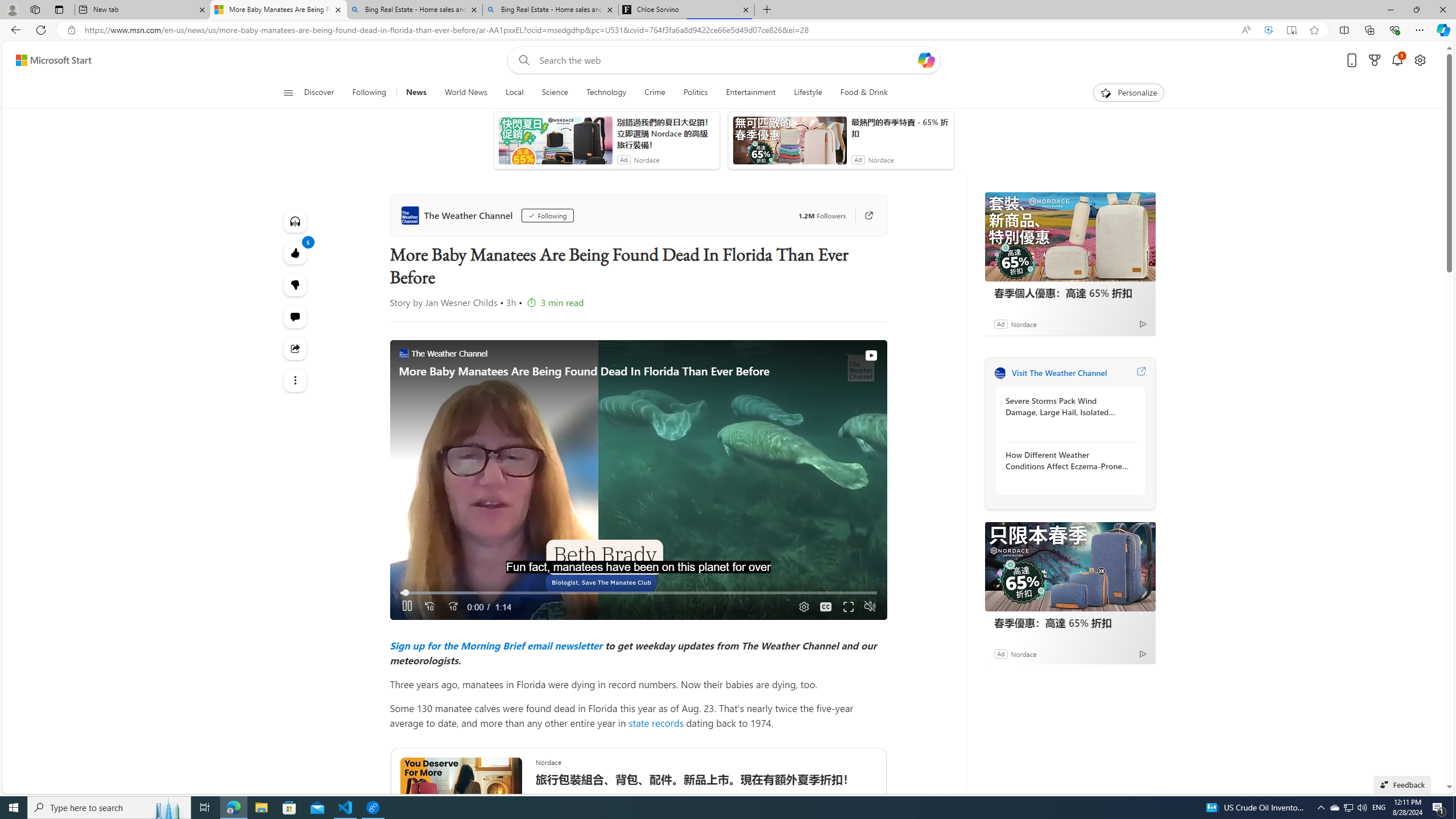 The height and width of the screenshot is (819, 1456). What do you see at coordinates (369, 92) in the screenshot?
I see `'Following'` at bounding box center [369, 92].